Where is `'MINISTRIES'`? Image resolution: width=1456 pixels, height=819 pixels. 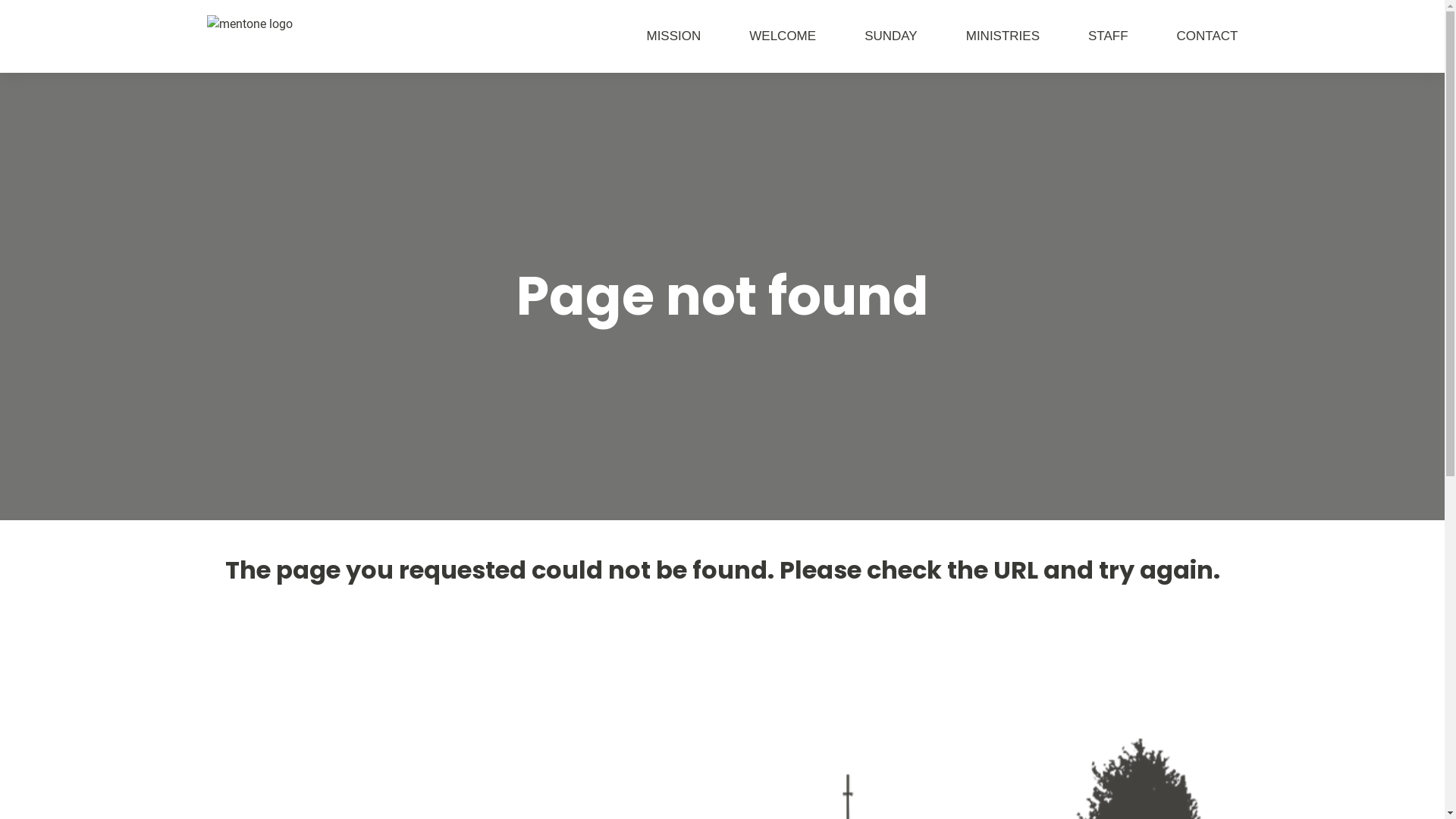
'MINISTRIES' is located at coordinates (978, 35).